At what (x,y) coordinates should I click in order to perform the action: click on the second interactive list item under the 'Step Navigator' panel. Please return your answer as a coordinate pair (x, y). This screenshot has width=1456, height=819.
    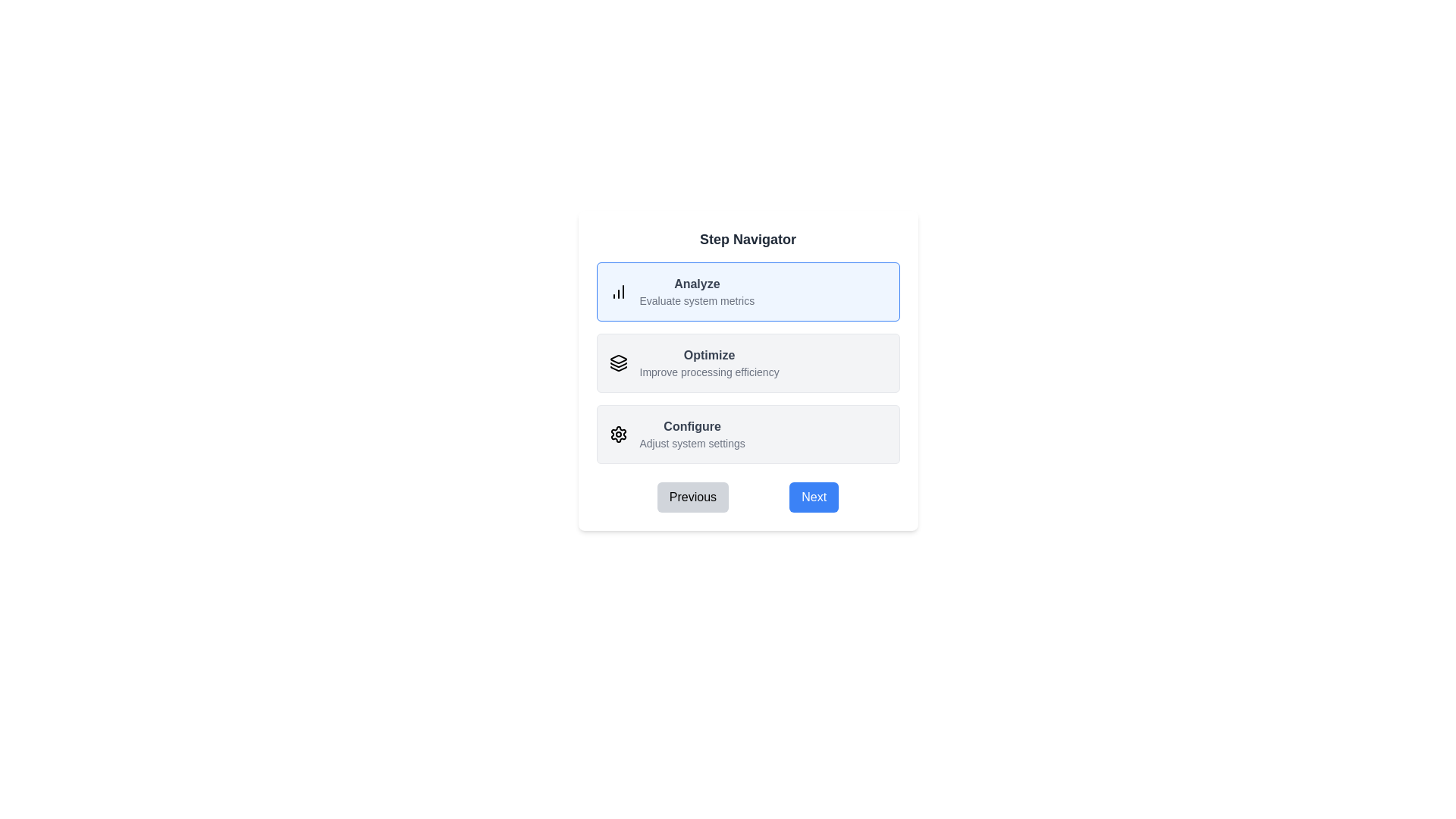
    Looking at the image, I should click on (748, 362).